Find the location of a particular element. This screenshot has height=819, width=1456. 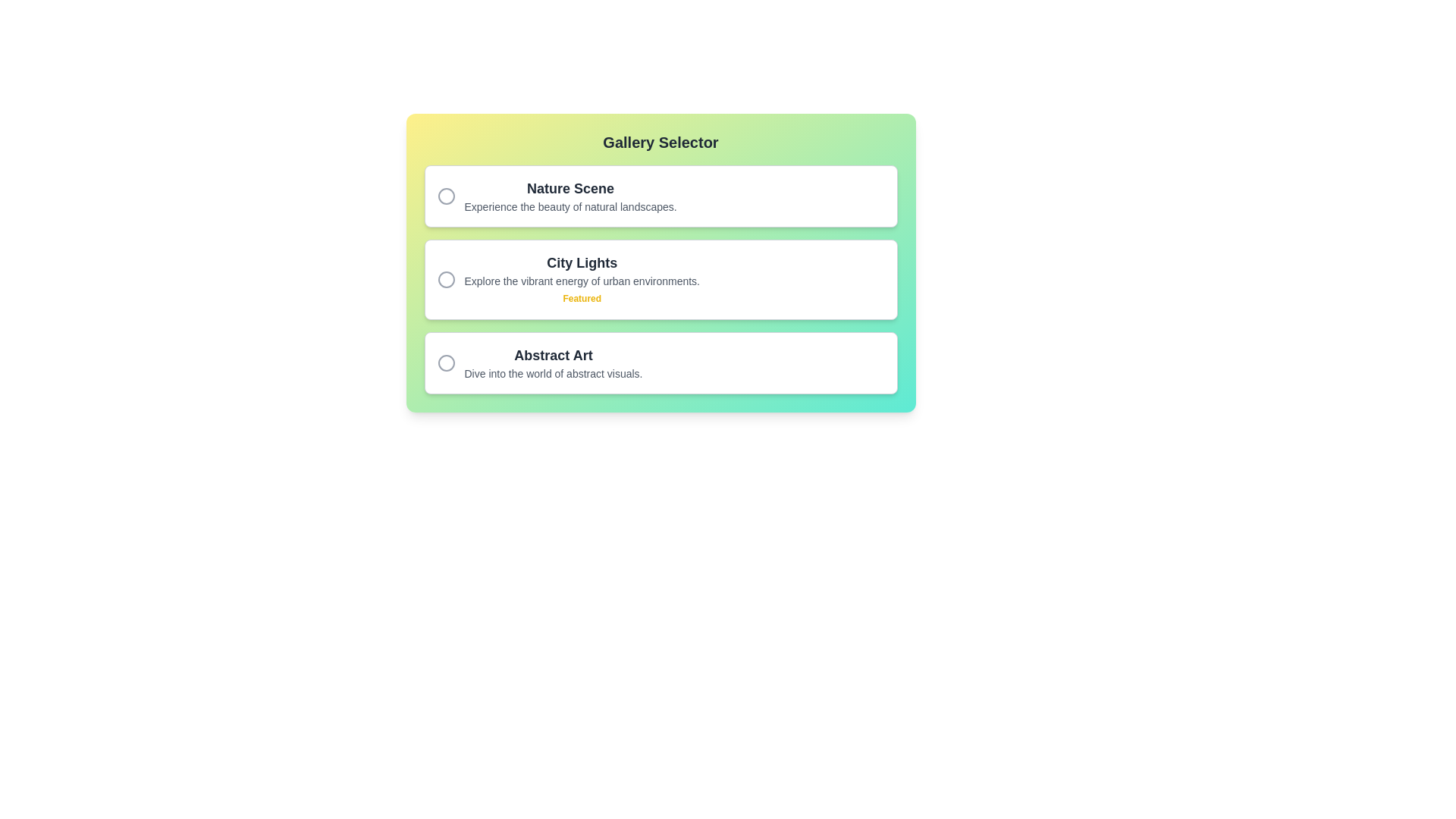

the first radio button in the 'Gallery Selector' is located at coordinates (445, 195).